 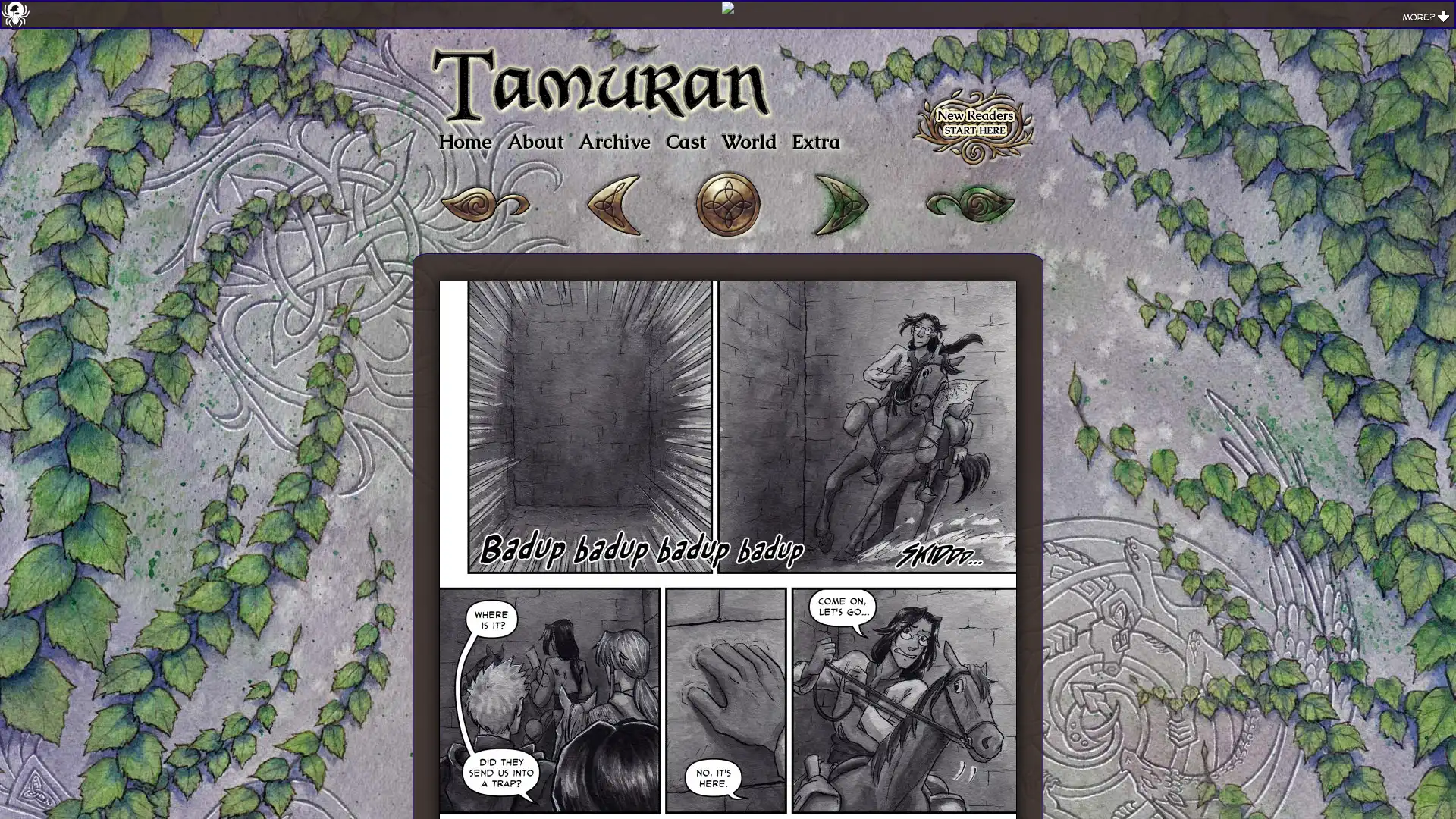 What do you see at coordinates (748, 143) in the screenshot?
I see `World` at bounding box center [748, 143].